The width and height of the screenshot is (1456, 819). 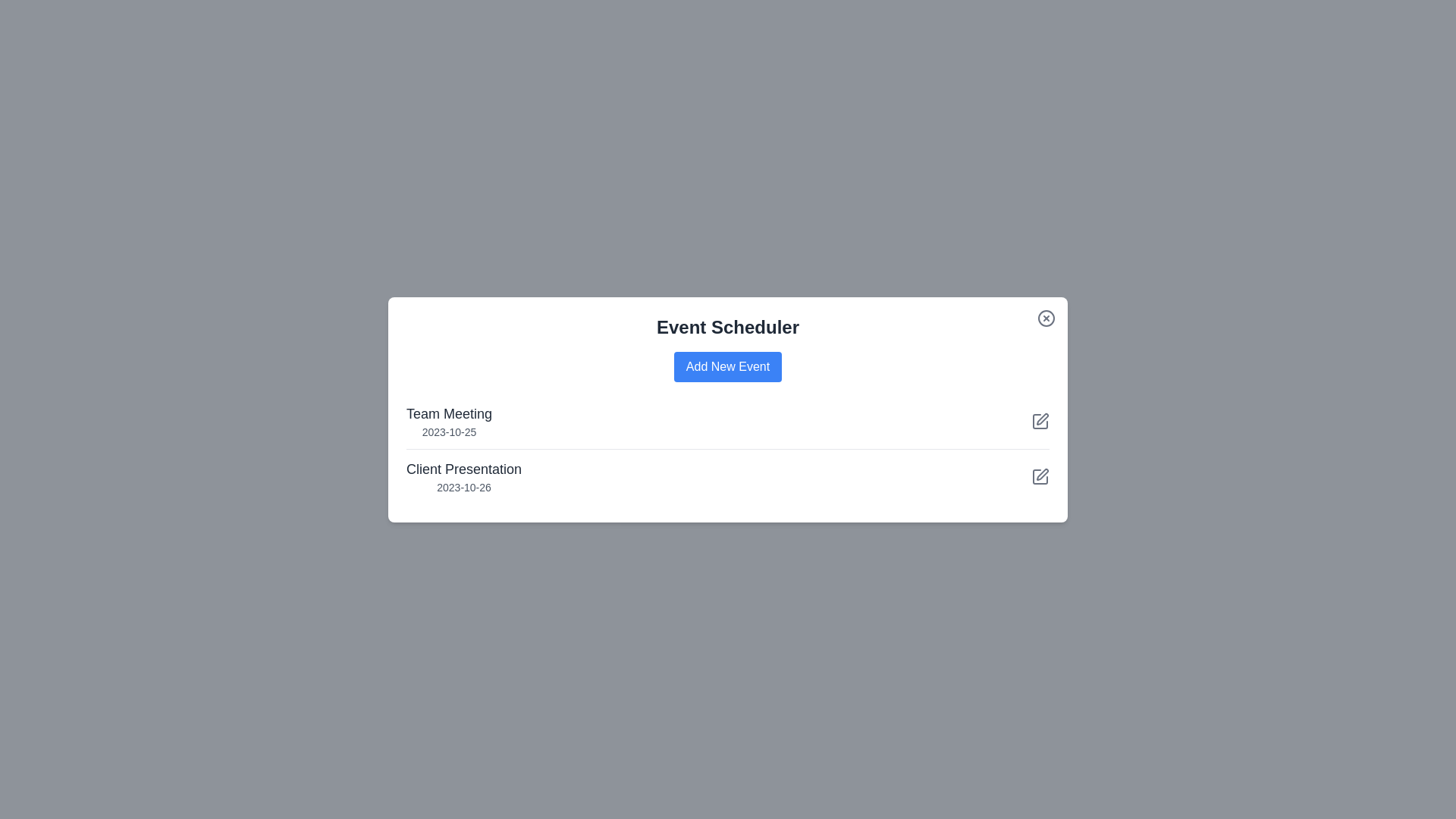 I want to click on the edit icon located to the right of the 'Team Meeting' text to initiate the edit function, so click(x=1040, y=421).